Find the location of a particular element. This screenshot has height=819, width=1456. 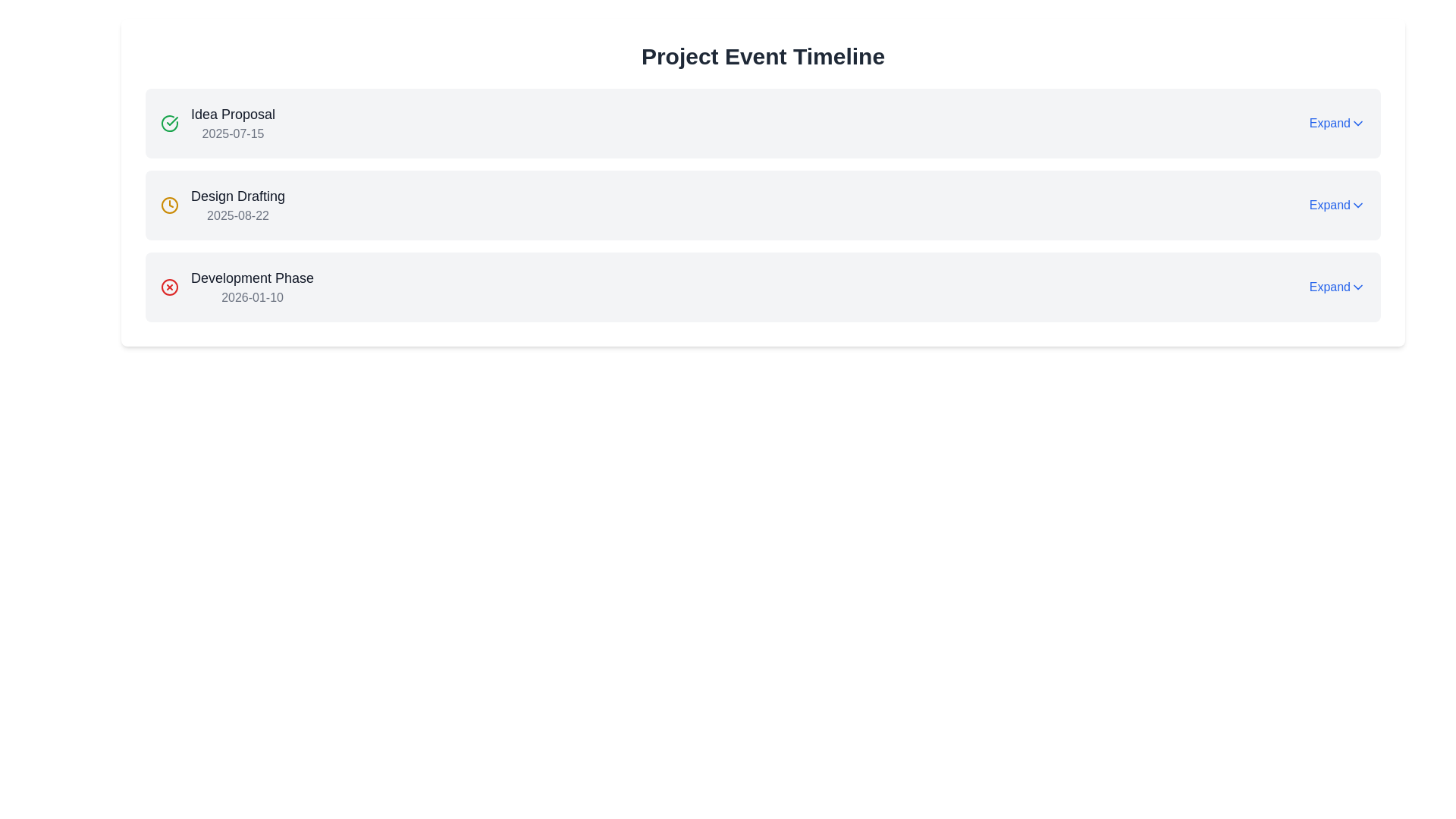

the interactive arrow icon located at the far-right side of the 'Expand' text in the second item of the event timeline list is located at coordinates (1357, 205).